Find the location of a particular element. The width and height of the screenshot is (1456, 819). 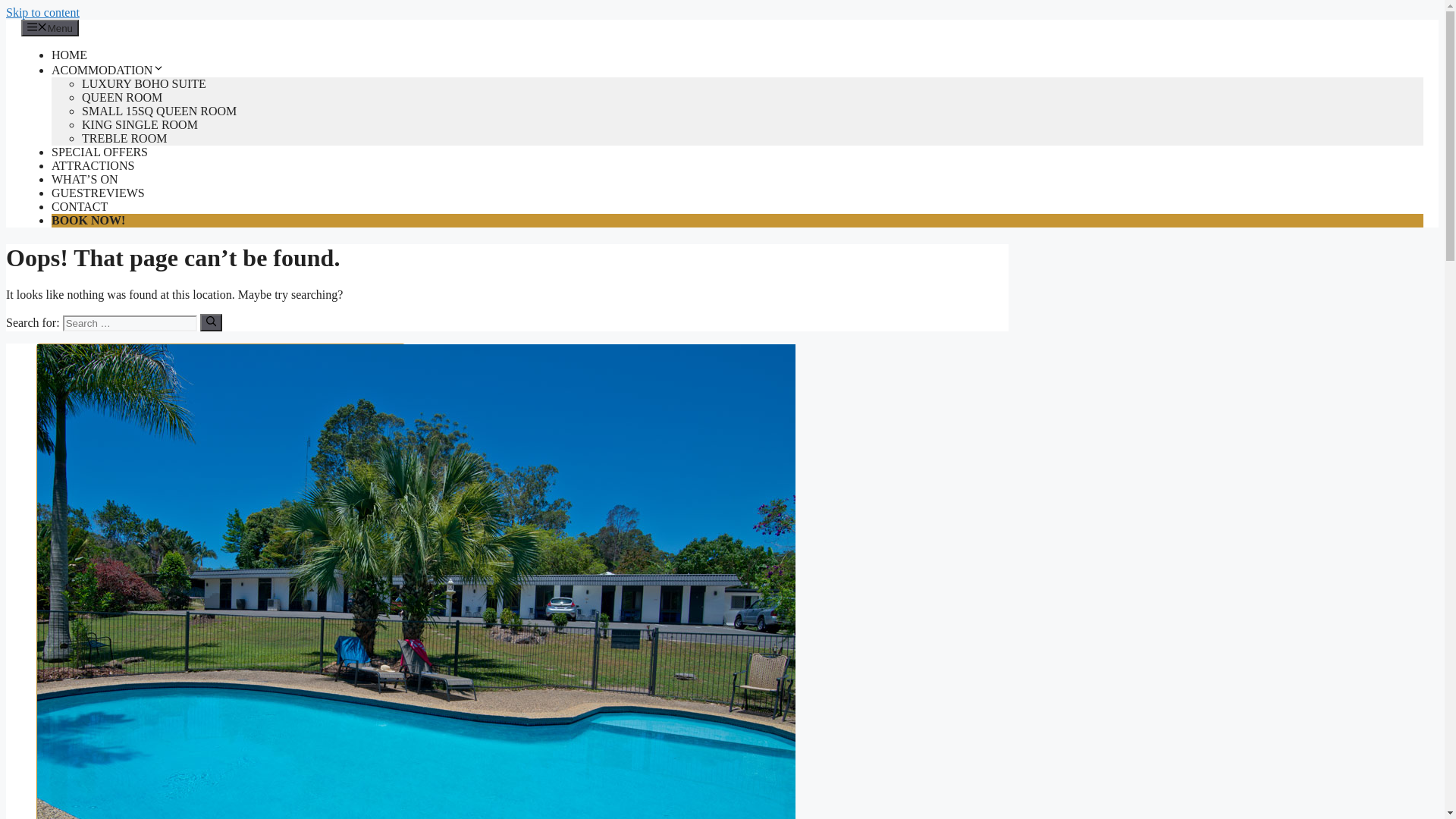

'GUESTREVIEWS' is located at coordinates (97, 192).